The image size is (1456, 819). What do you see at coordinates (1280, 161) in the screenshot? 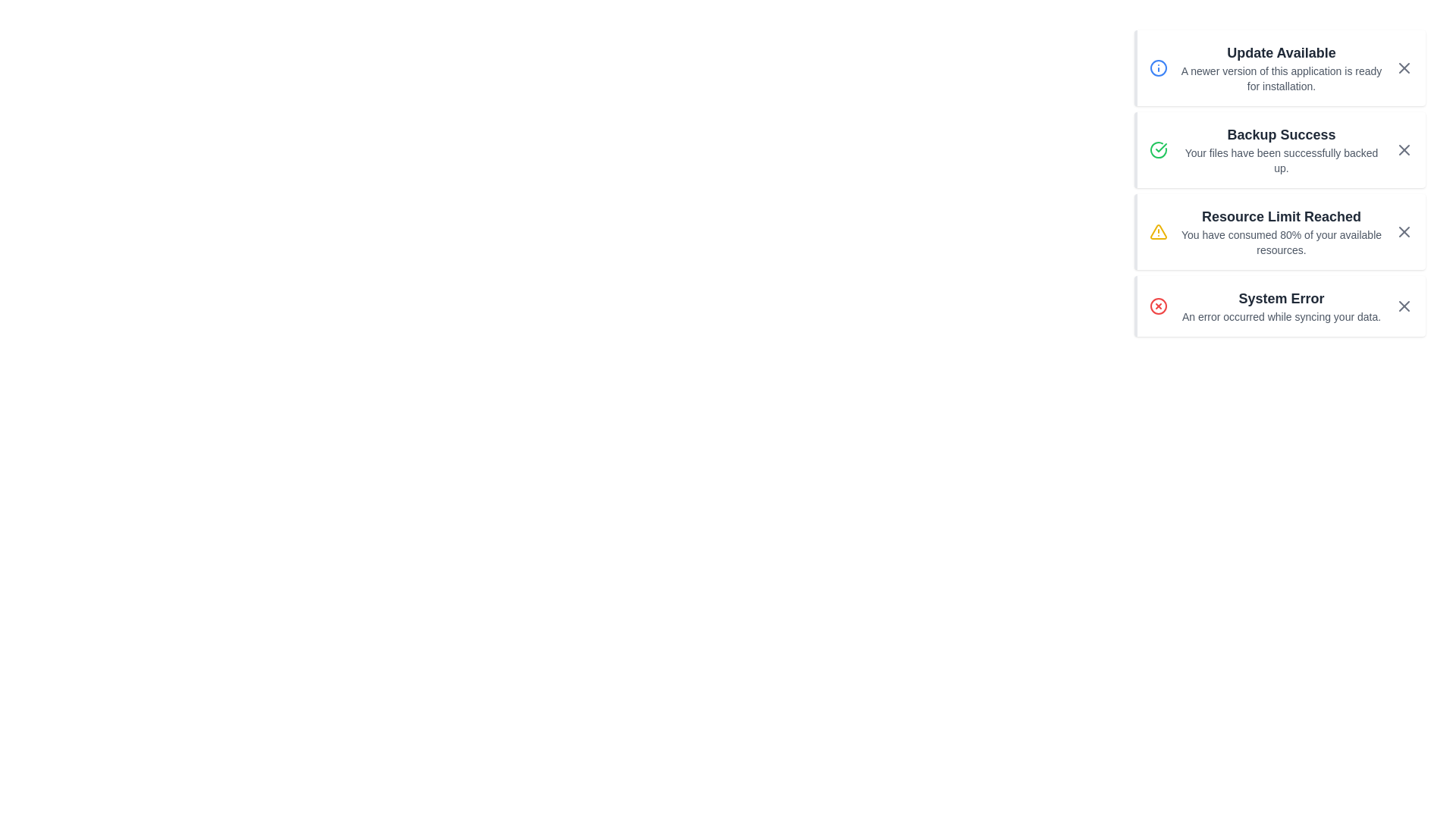
I see `the informational text label confirming the successful backup process, which is located within the 'Backup Success' notification card` at bounding box center [1280, 161].